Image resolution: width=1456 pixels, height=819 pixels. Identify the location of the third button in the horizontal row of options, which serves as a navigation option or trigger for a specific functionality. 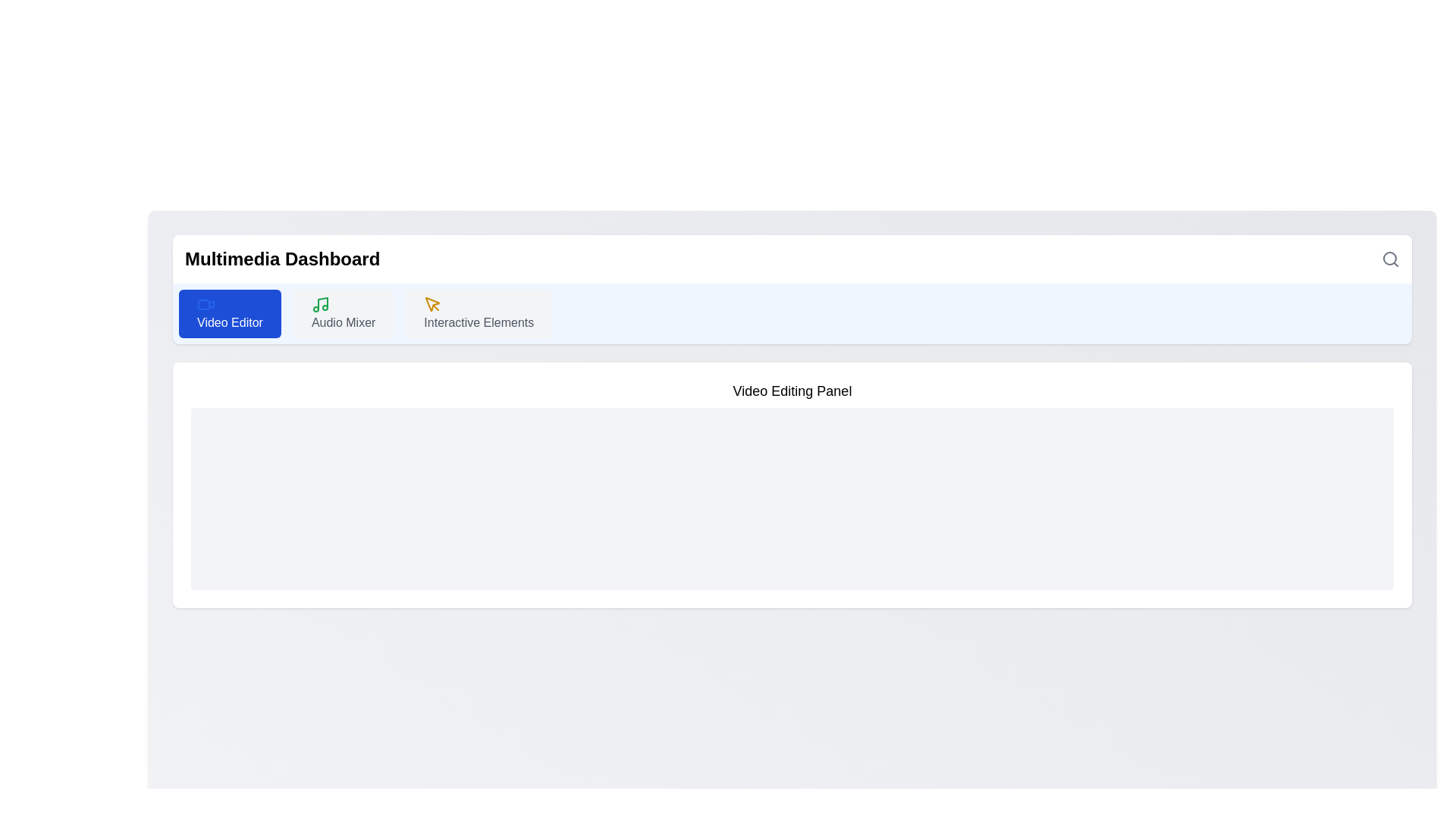
(478, 312).